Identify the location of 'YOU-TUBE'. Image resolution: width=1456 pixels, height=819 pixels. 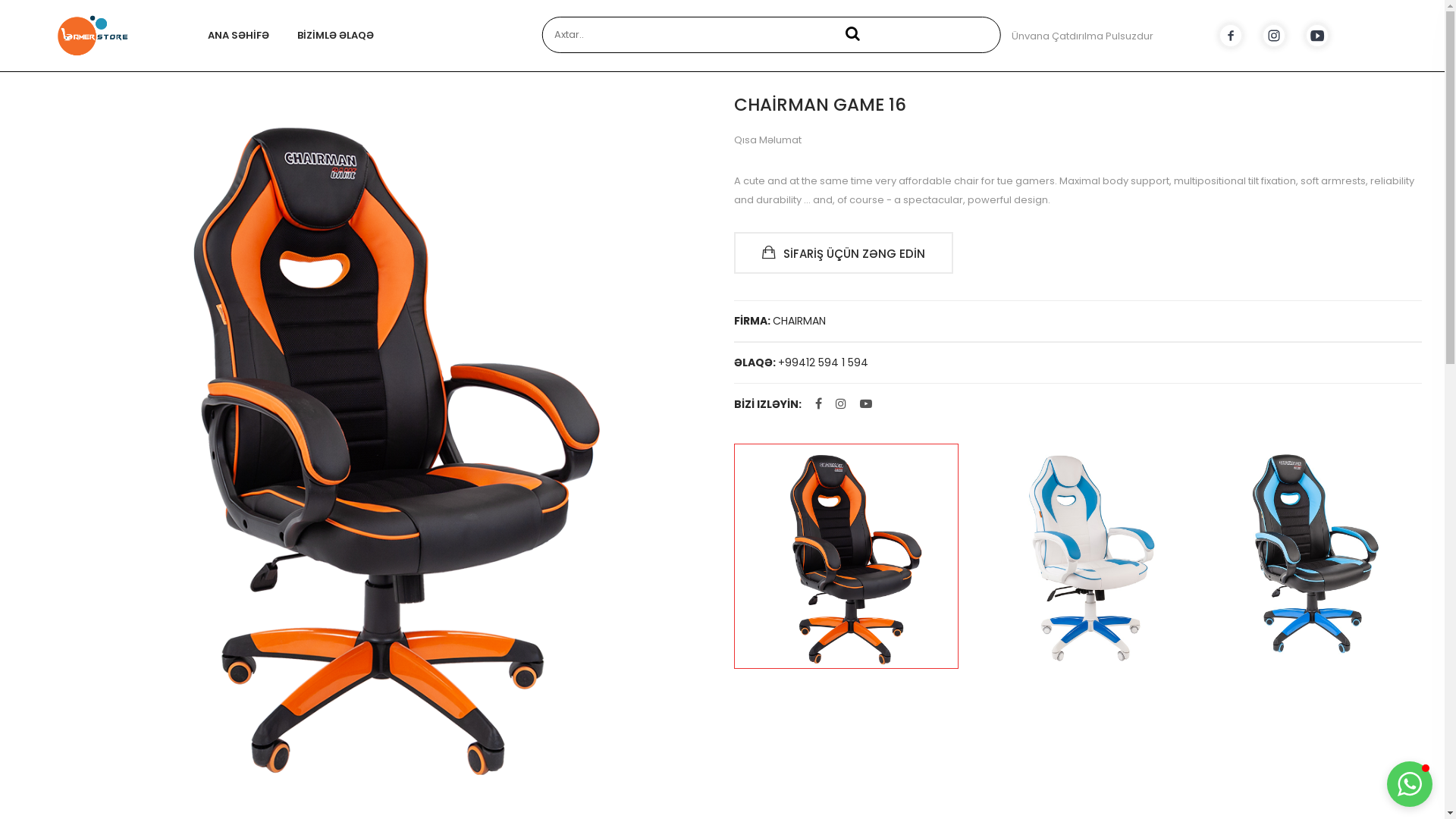
(1316, 34).